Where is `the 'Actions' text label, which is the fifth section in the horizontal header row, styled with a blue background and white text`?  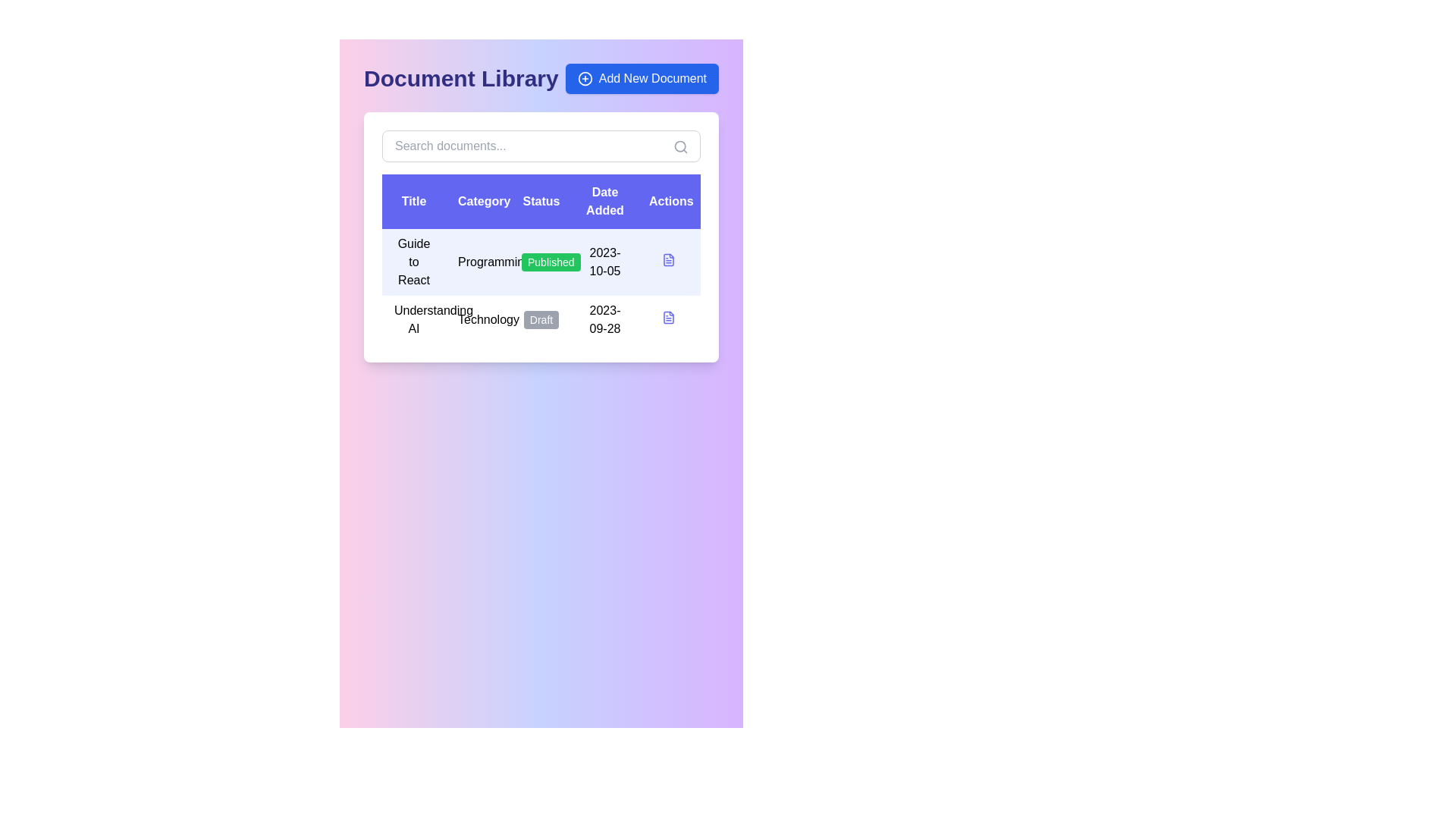 the 'Actions' text label, which is the fifth section in the horizontal header row, styled with a blue background and white text is located at coordinates (668, 201).